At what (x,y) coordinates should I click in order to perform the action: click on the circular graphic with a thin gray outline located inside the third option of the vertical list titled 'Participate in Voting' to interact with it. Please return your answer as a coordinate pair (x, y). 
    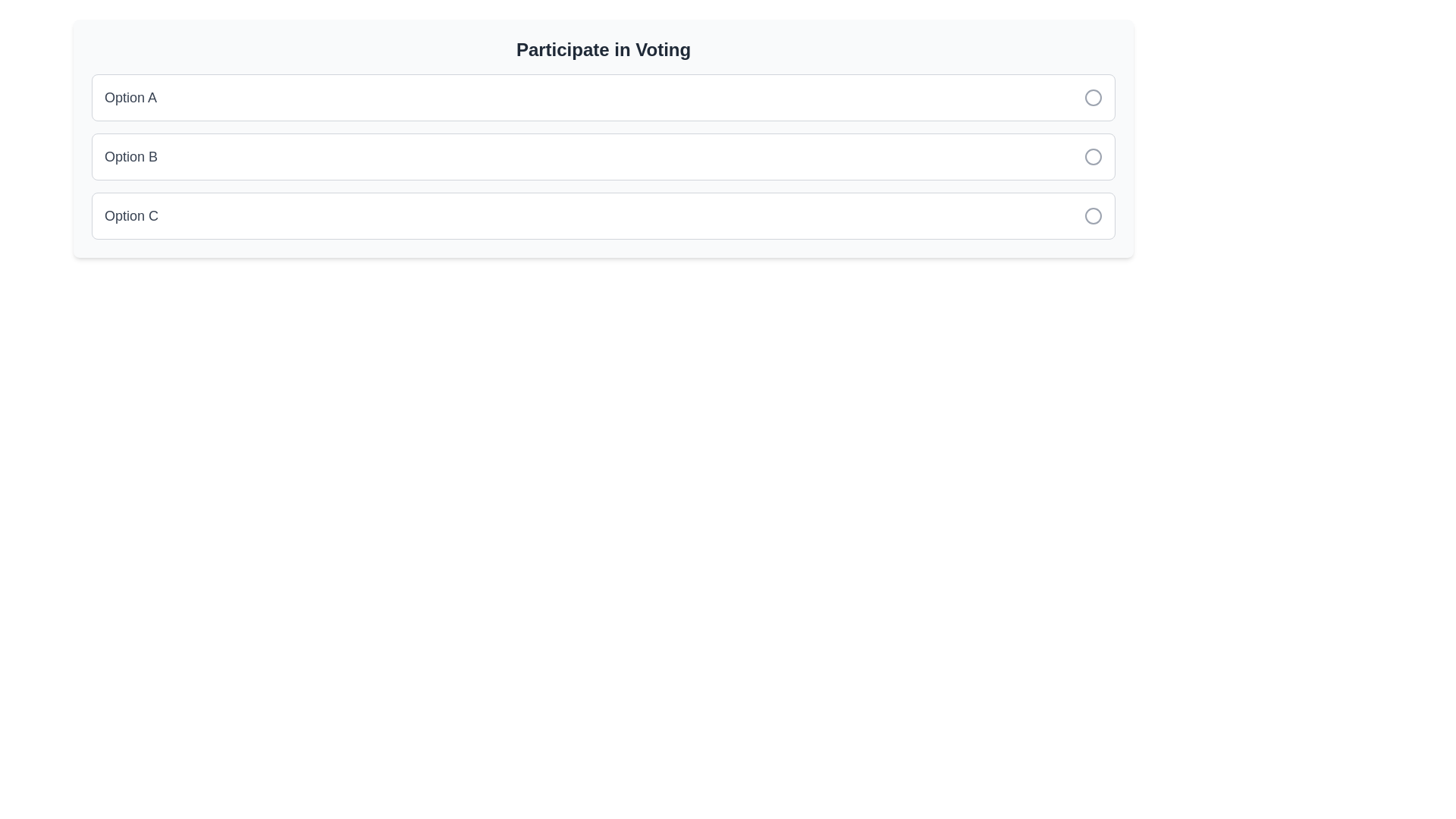
    Looking at the image, I should click on (1093, 216).